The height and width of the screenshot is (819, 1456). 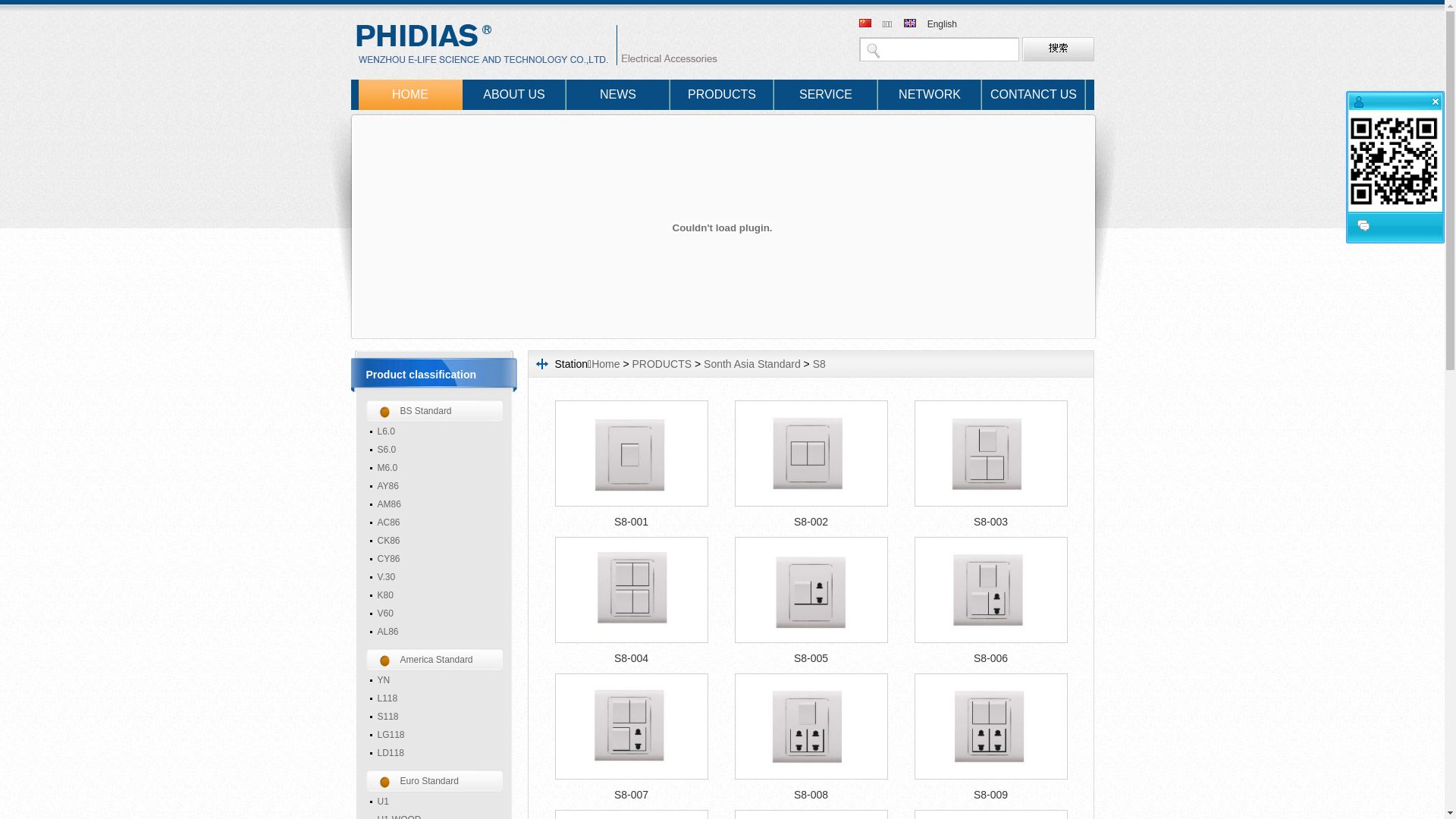 I want to click on 'S8-008', so click(x=810, y=794).